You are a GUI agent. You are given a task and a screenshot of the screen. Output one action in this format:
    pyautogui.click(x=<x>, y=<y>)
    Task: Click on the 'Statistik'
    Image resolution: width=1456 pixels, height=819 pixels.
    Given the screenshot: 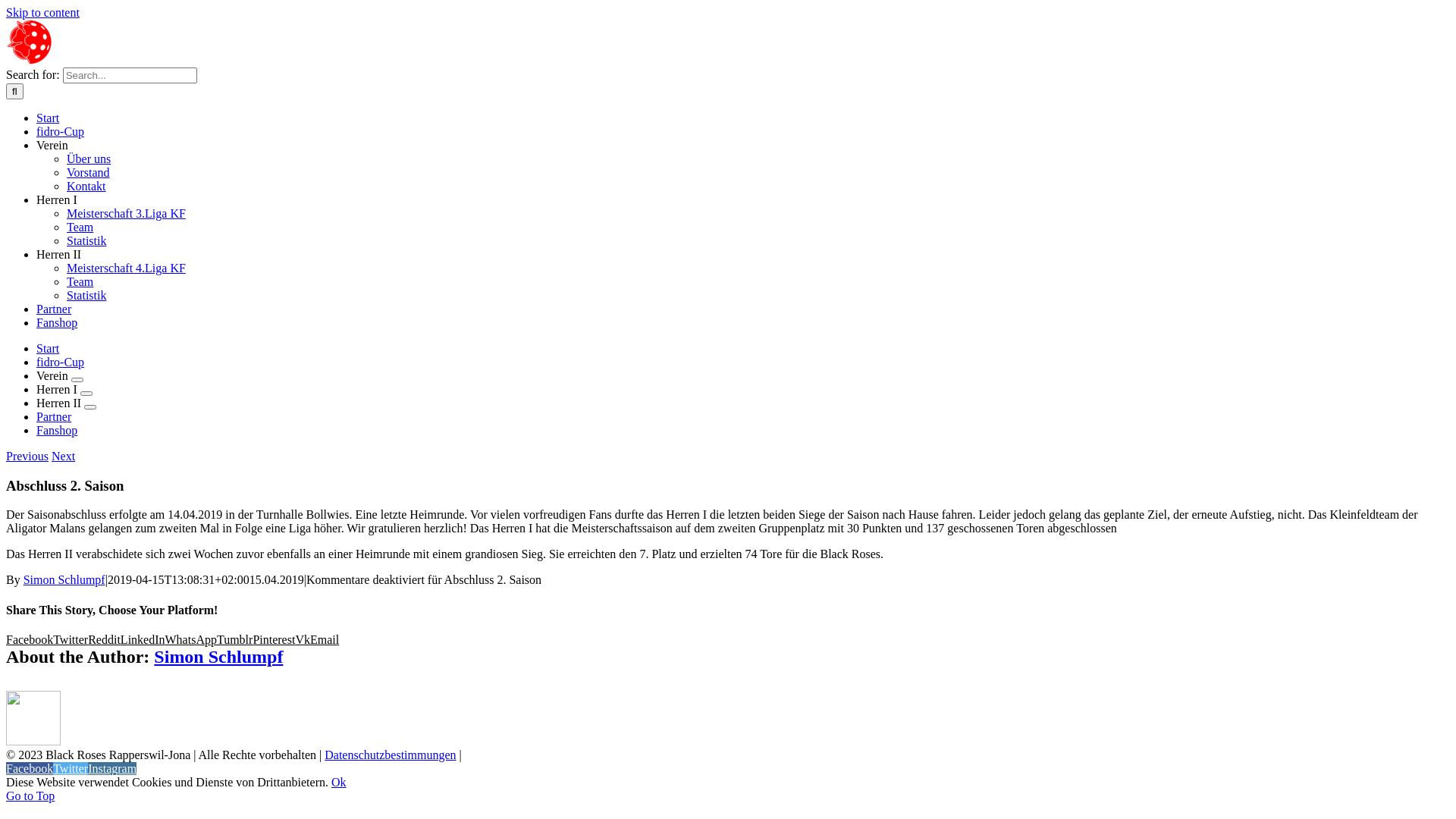 What is the action you would take?
    pyautogui.click(x=86, y=240)
    